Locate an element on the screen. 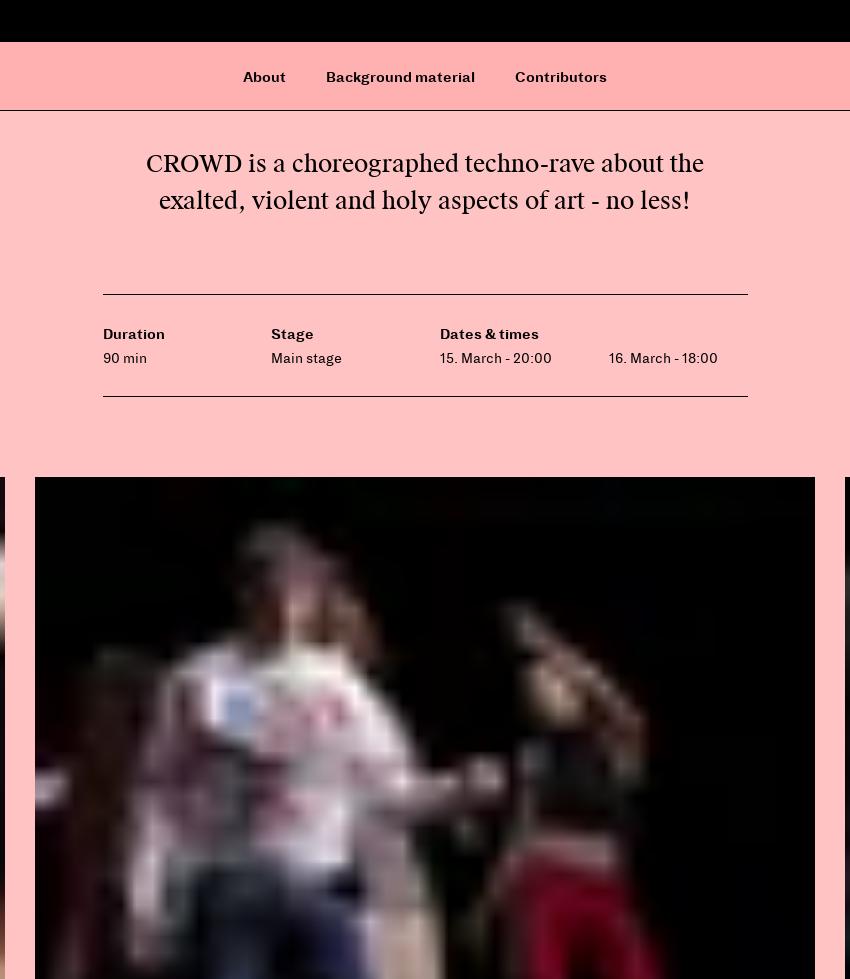 This screenshot has height=979, width=850. '16. March - 18:00' is located at coordinates (662, 357).